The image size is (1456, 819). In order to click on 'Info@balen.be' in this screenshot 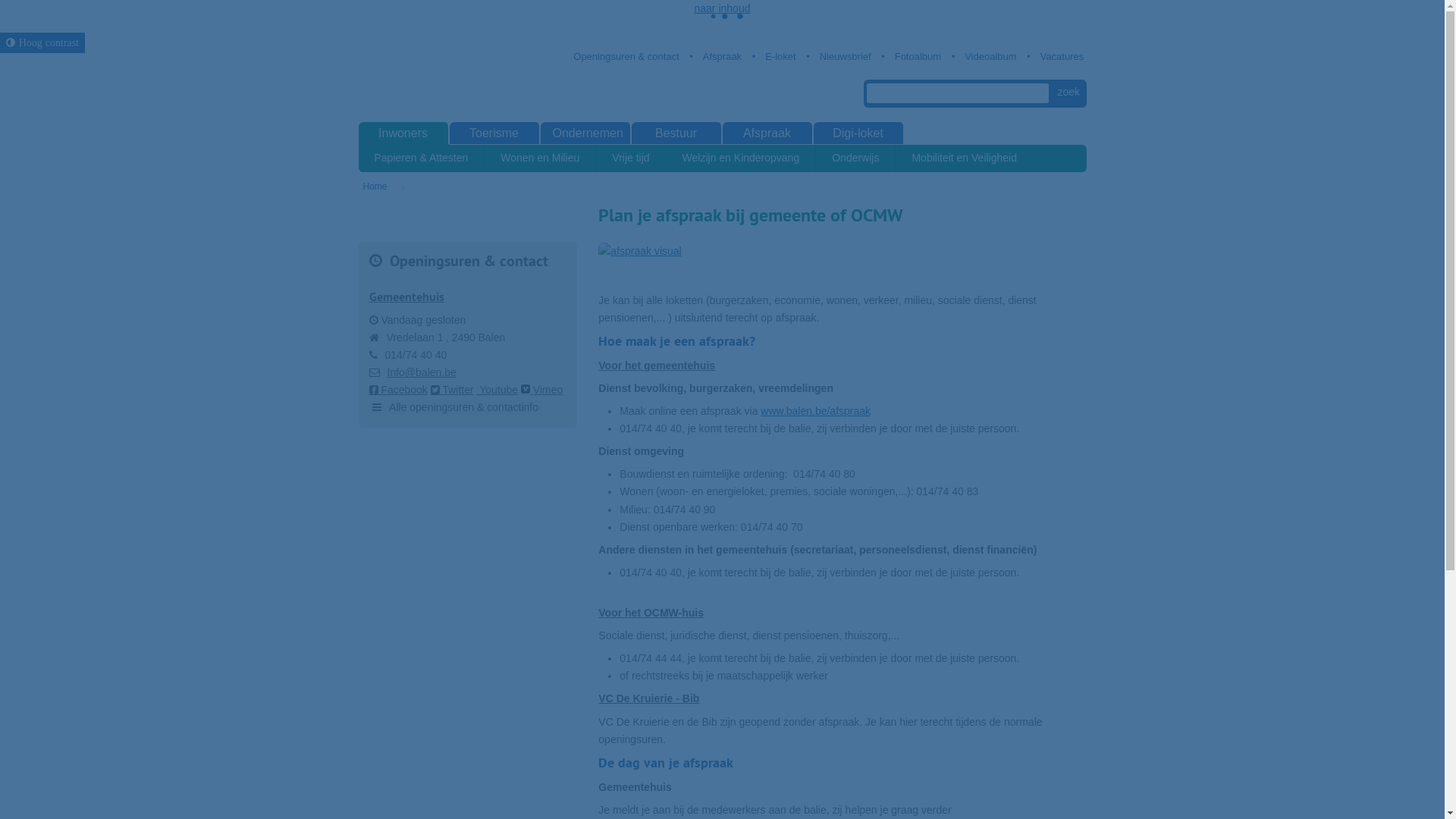, I will do `click(421, 372)`.